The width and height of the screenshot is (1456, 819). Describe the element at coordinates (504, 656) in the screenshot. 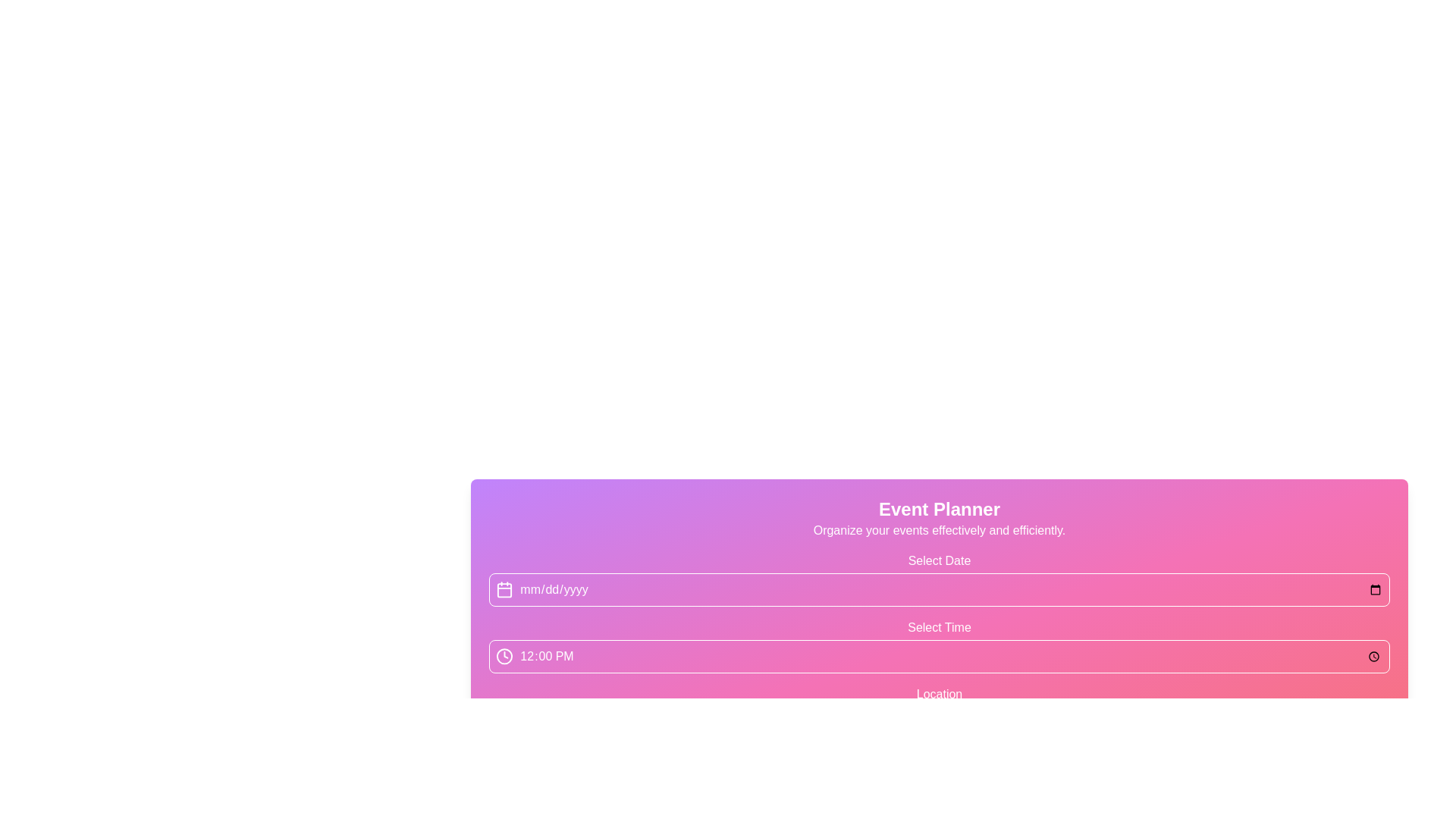

I see `the SVG Circle icon representing time selection, located to the immediate left of the text '12:00 PM' in the second input row of the form layout` at that location.